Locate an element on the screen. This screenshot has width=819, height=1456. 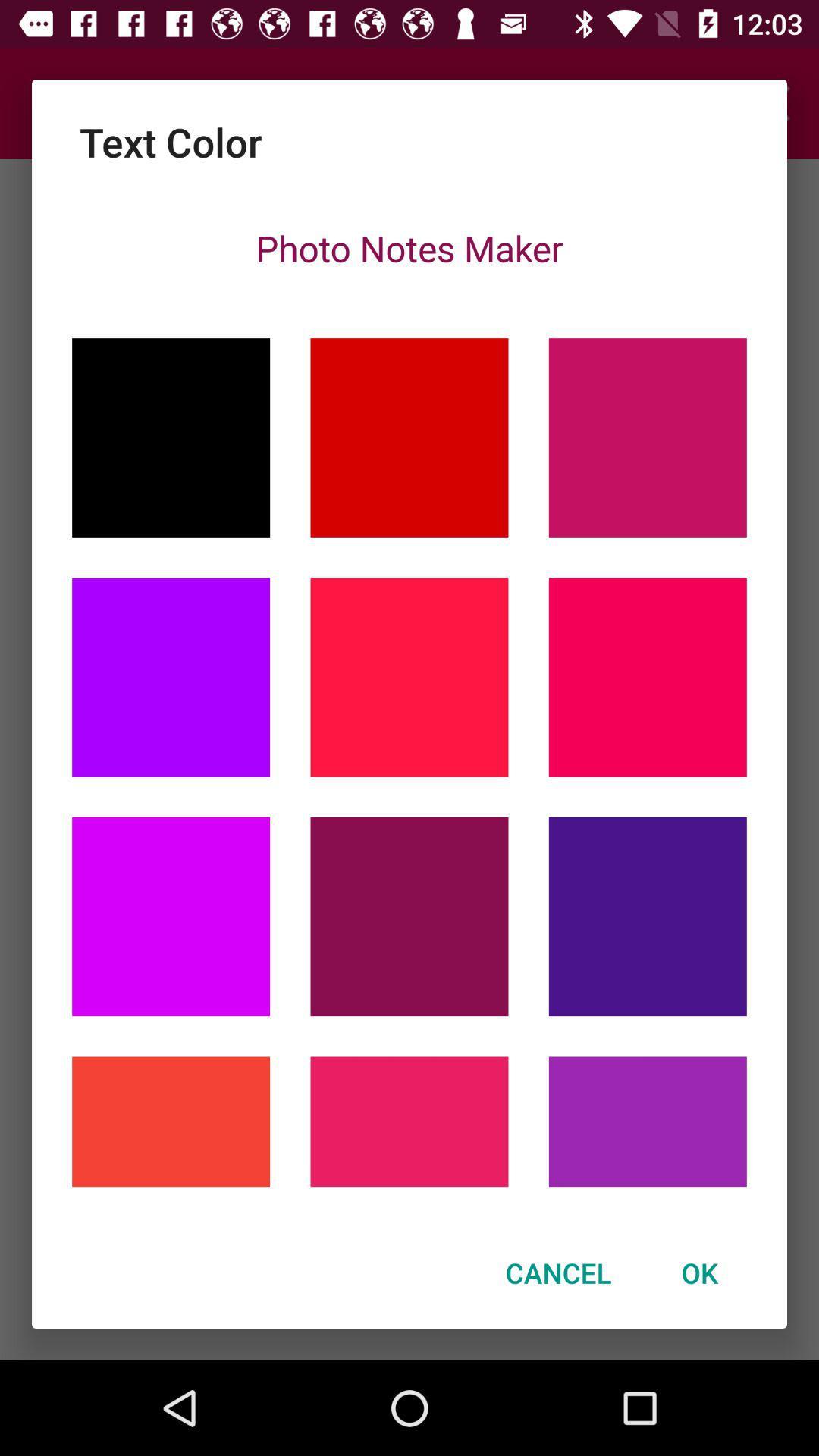
the ok item is located at coordinates (699, 1272).